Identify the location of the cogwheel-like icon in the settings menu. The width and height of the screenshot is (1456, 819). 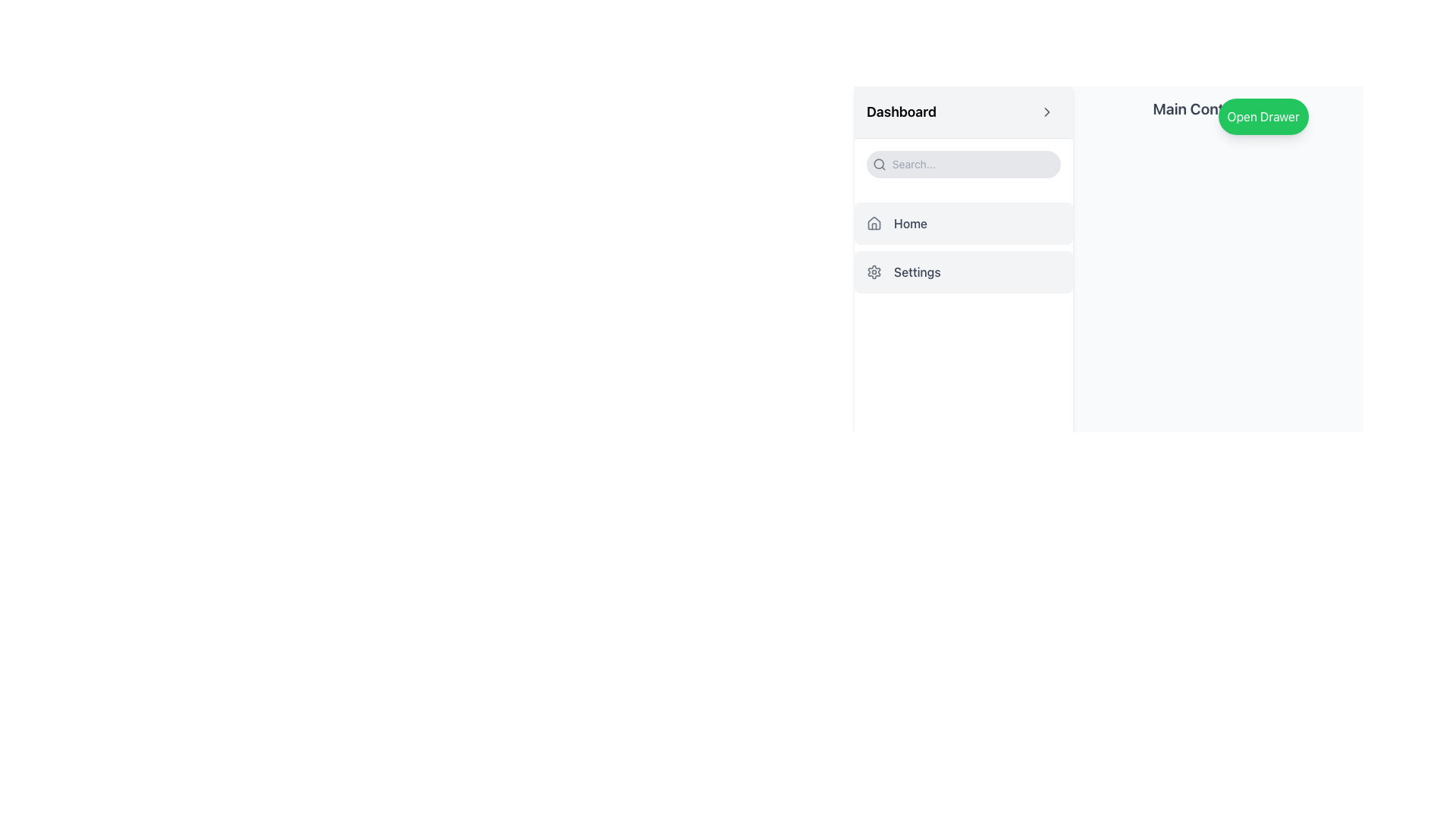
(874, 271).